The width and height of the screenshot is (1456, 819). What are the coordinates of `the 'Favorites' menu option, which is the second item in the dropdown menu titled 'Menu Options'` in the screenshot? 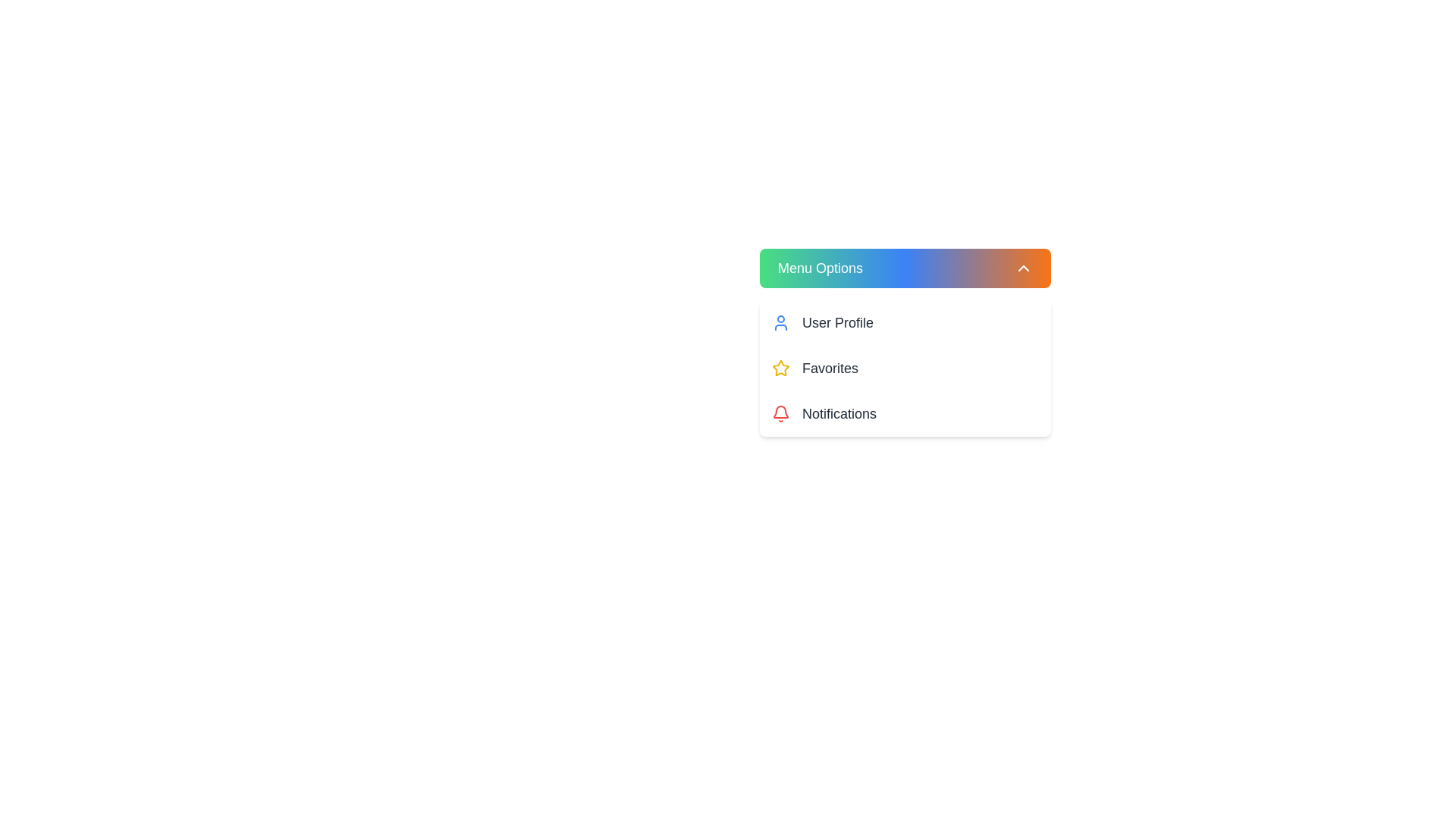 It's located at (829, 369).